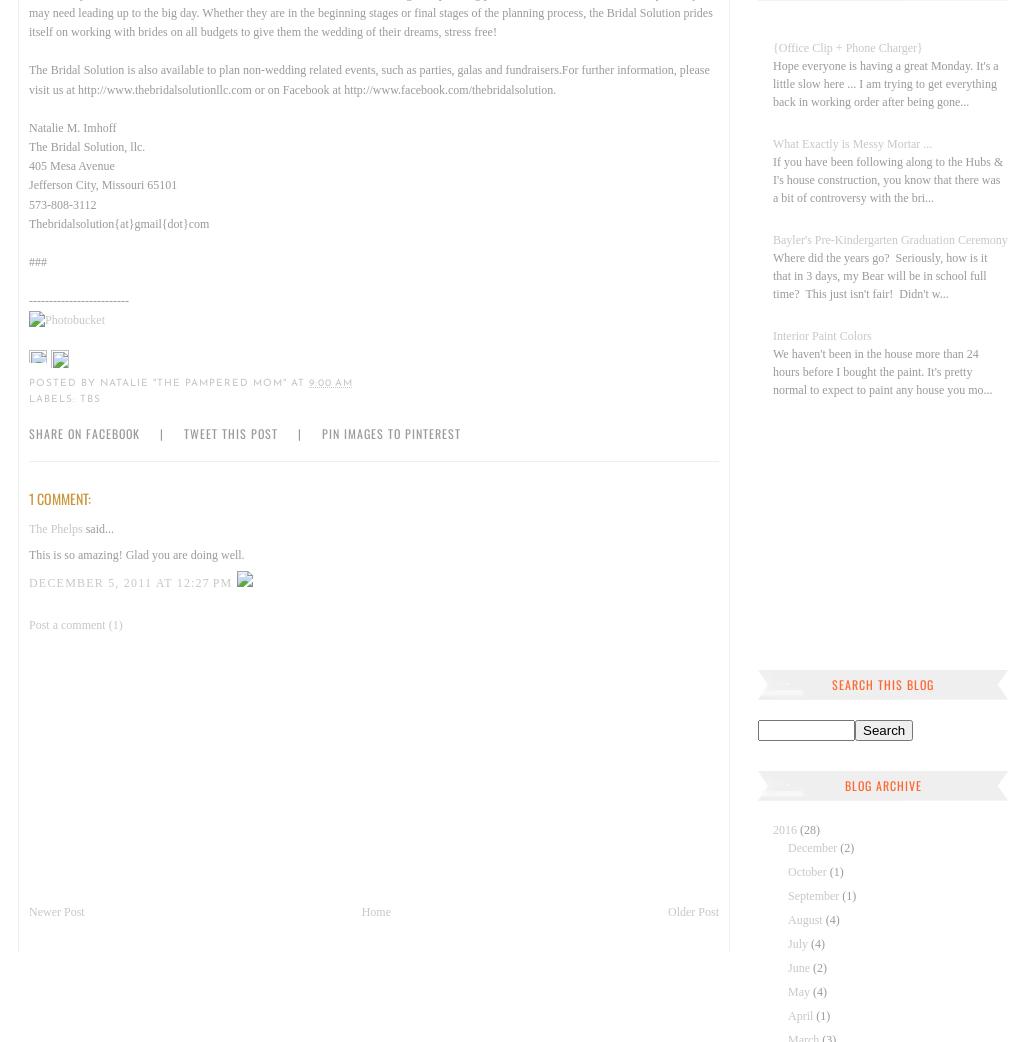 The height and width of the screenshot is (1042, 1028). Describe the element at coordinates (881, 684) in the screenshot. I see `'Search This Blog'` at that location.